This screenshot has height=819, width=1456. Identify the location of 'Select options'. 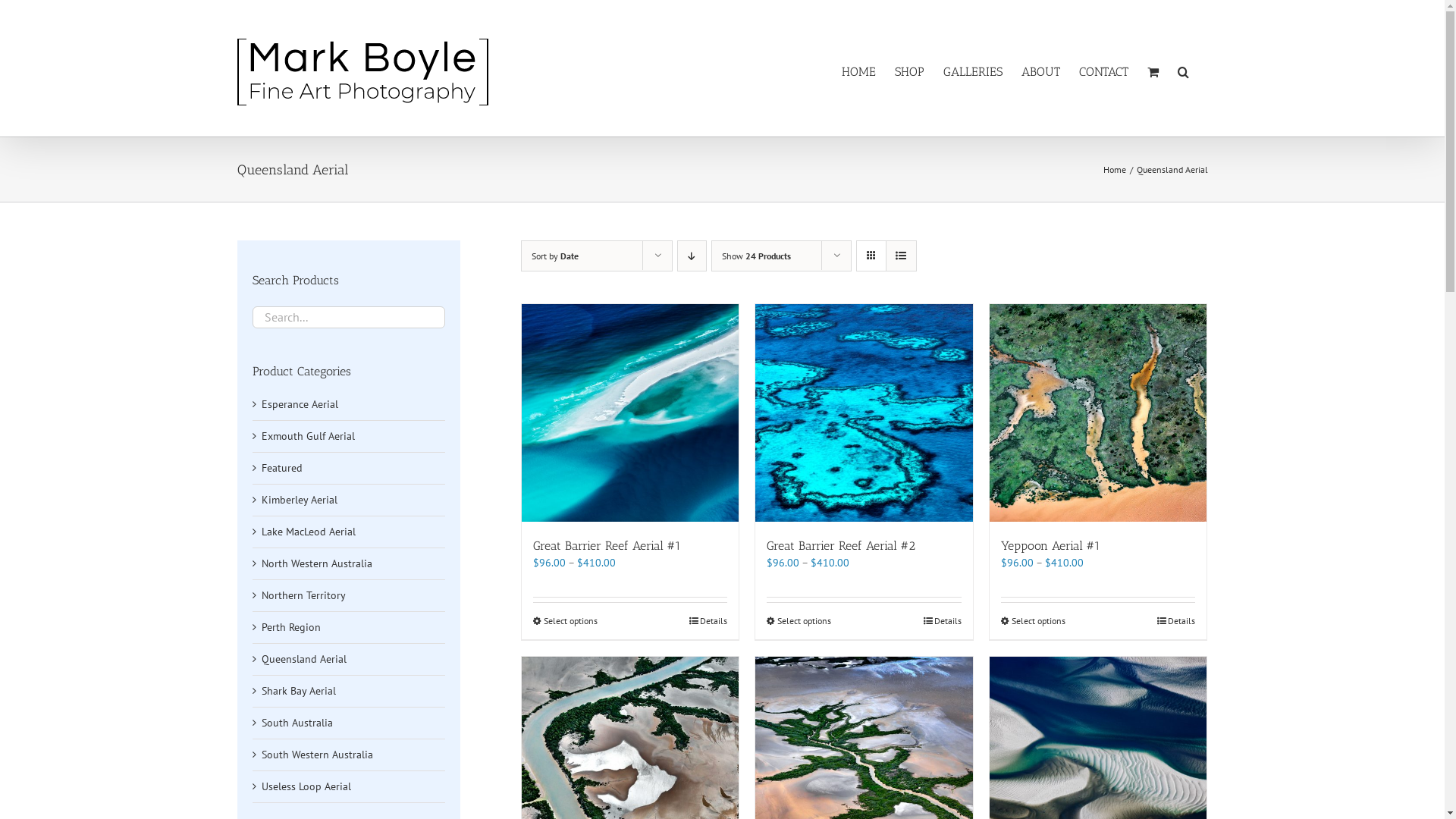
(798, 620).